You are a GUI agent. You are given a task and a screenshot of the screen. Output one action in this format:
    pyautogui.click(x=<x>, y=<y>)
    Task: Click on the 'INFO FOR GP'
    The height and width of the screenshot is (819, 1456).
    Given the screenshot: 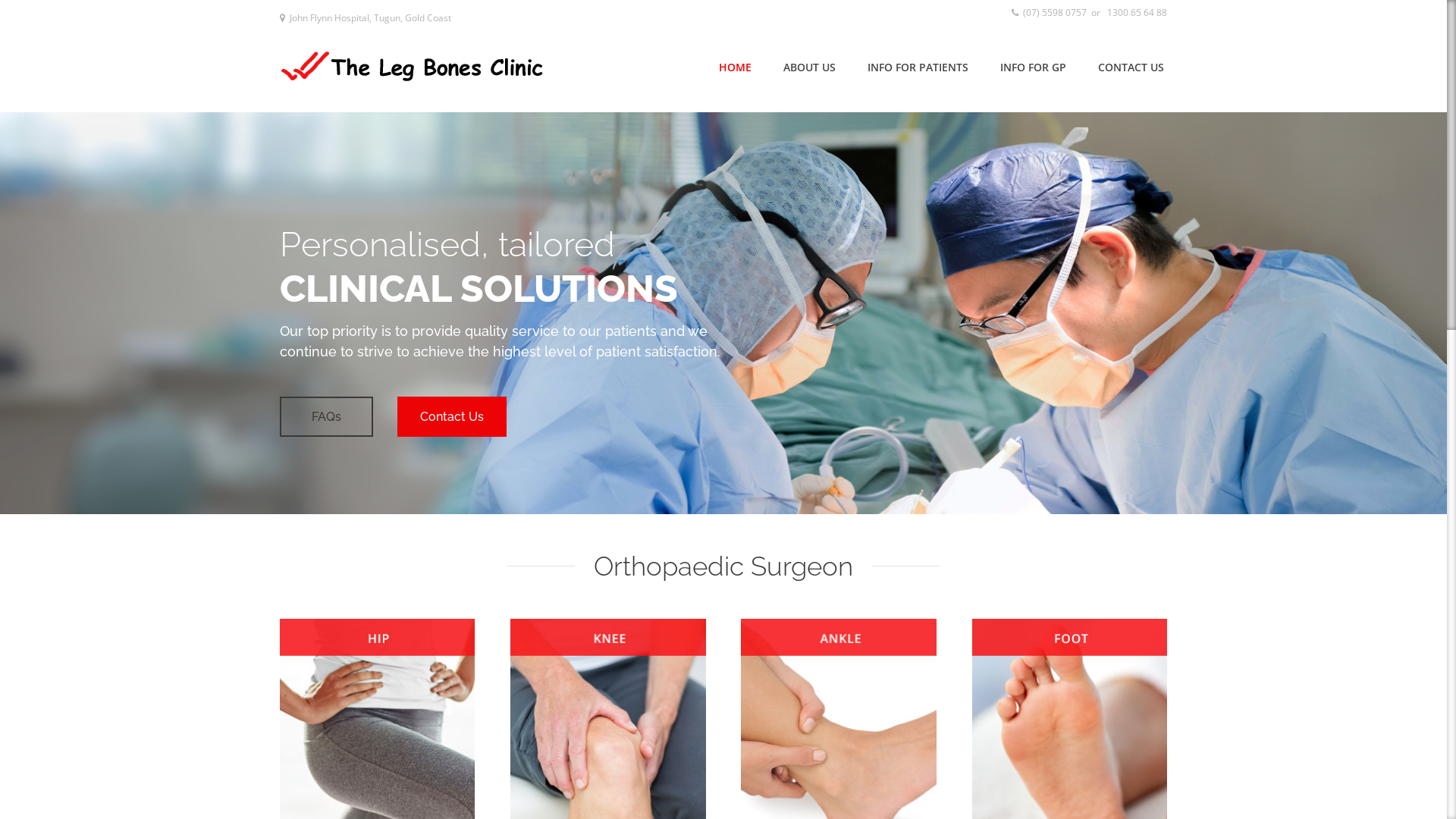 What is the action you would take?
    pyautogui.click(x=1032, y=66)
    